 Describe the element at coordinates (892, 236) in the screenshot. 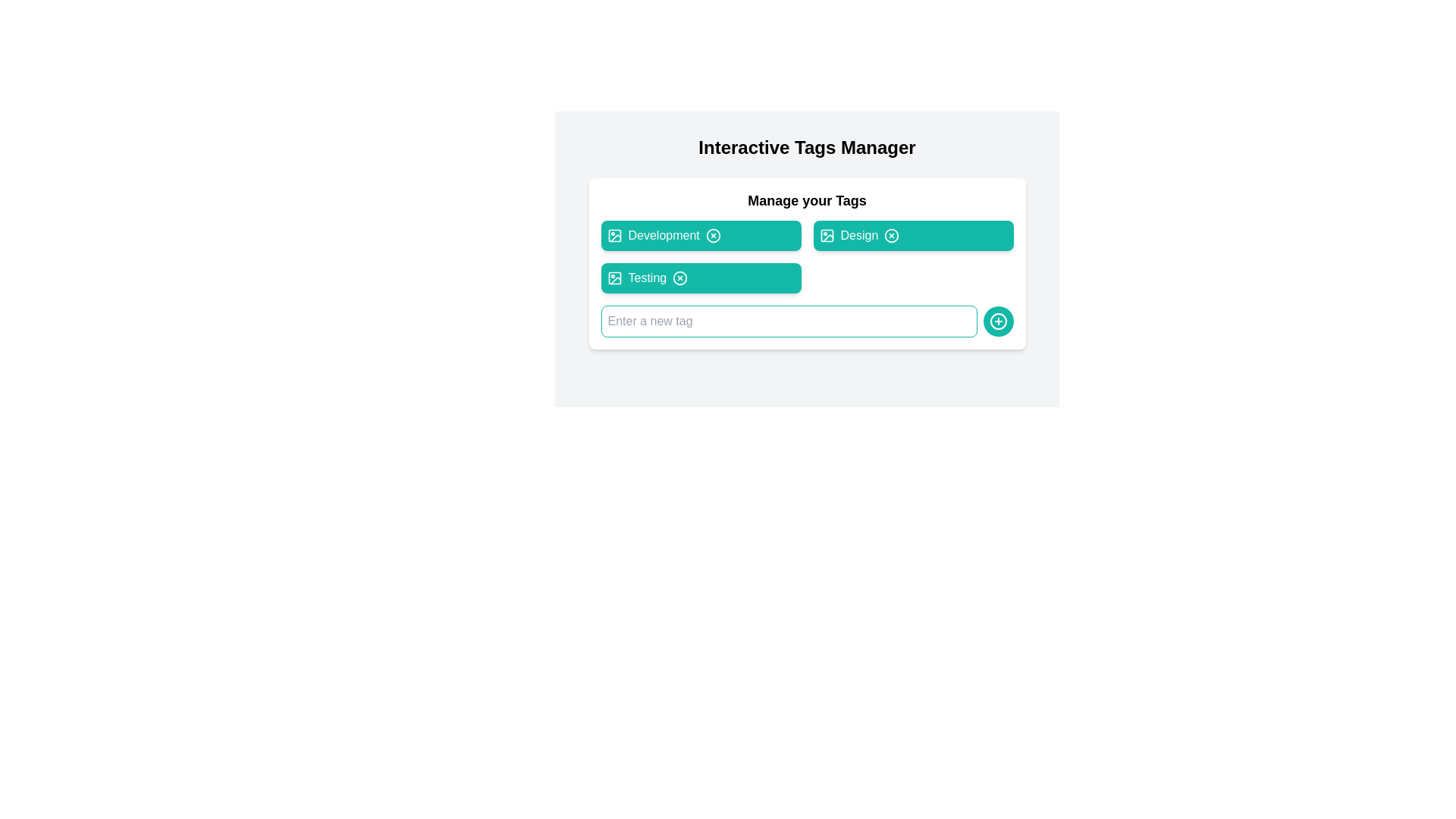

I see `the remove or delete icon button located on the right-hand side of the 'Design' button in the 'Manage your Tags' section` at that location.